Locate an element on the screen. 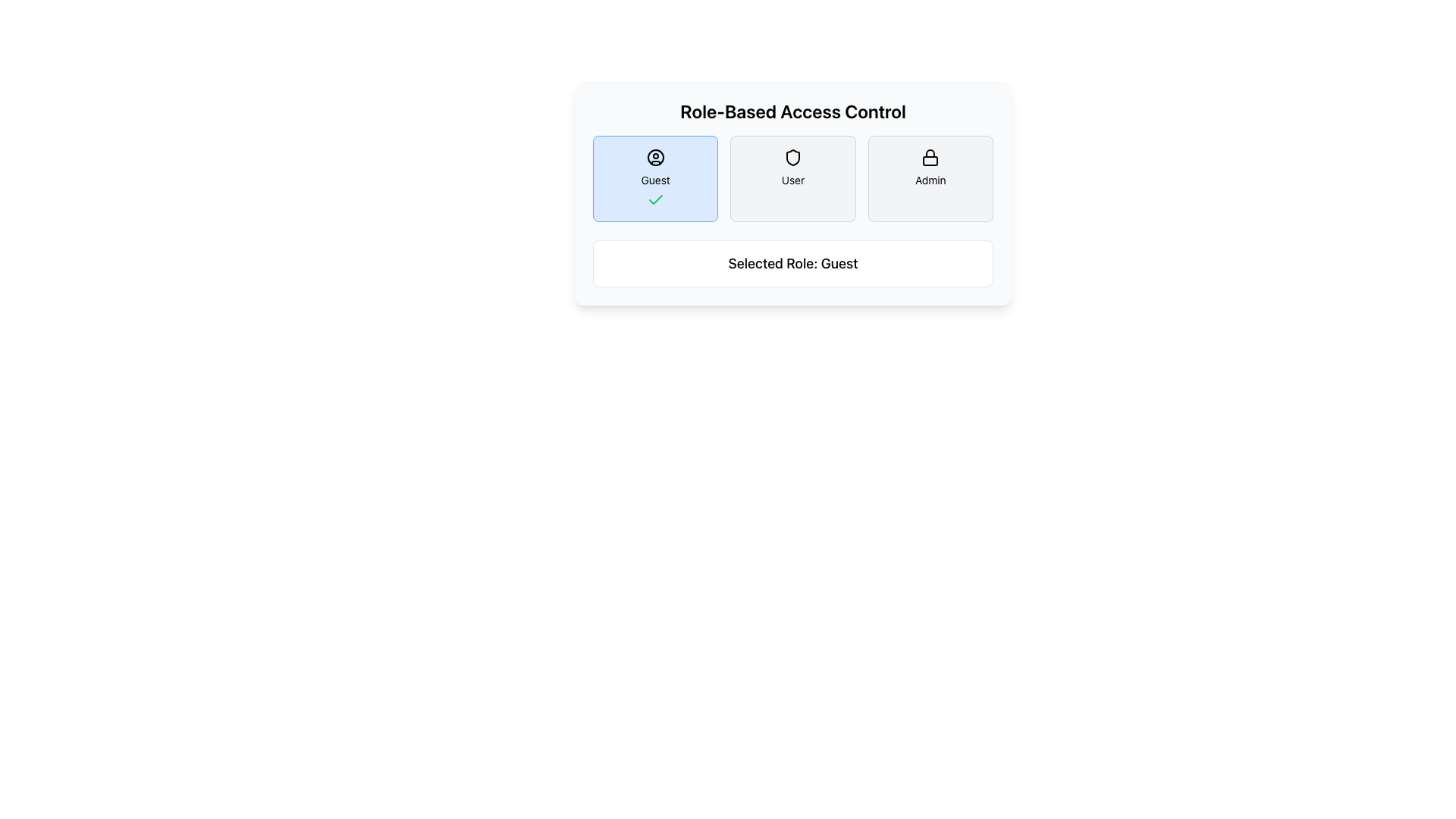  the text label displaying 'Guest' which is styled in a small sans-serif font and located within a light blue box on the first card of a row is located at coordinates (655, 180).